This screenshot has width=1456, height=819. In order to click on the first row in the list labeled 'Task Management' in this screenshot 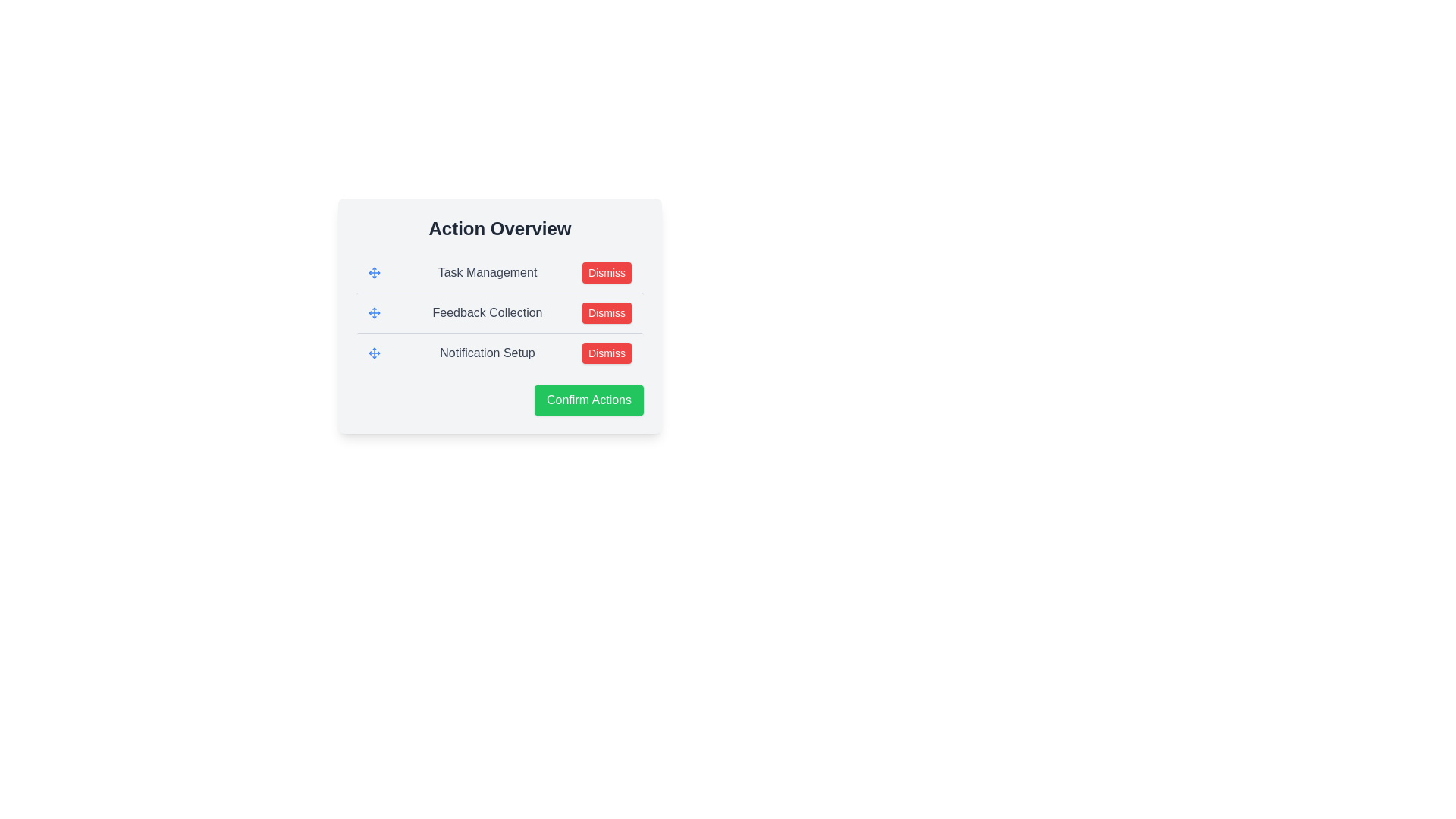, I will do `click(500, 271)`.